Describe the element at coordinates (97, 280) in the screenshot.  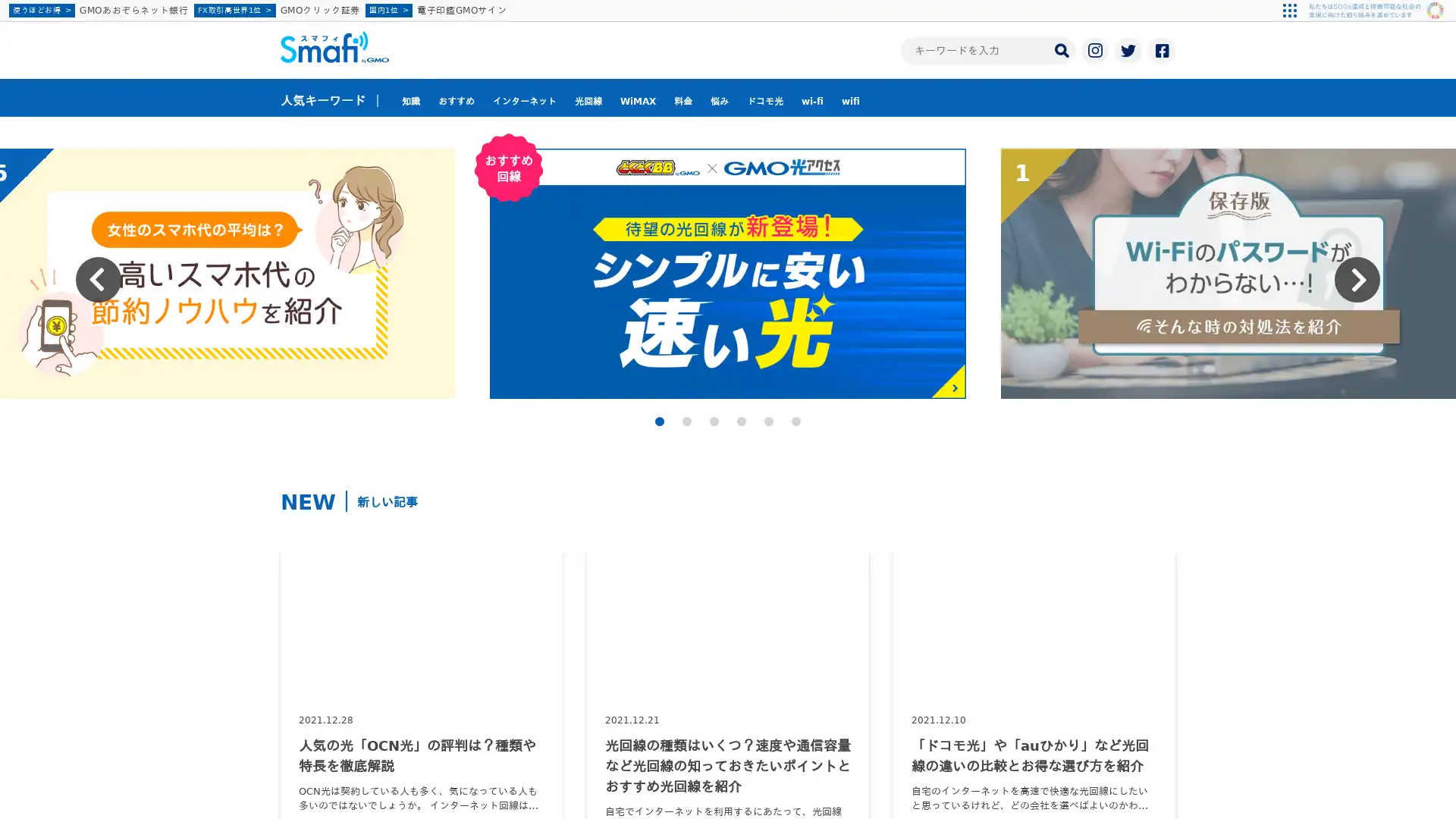
I see `Previous` at that location.